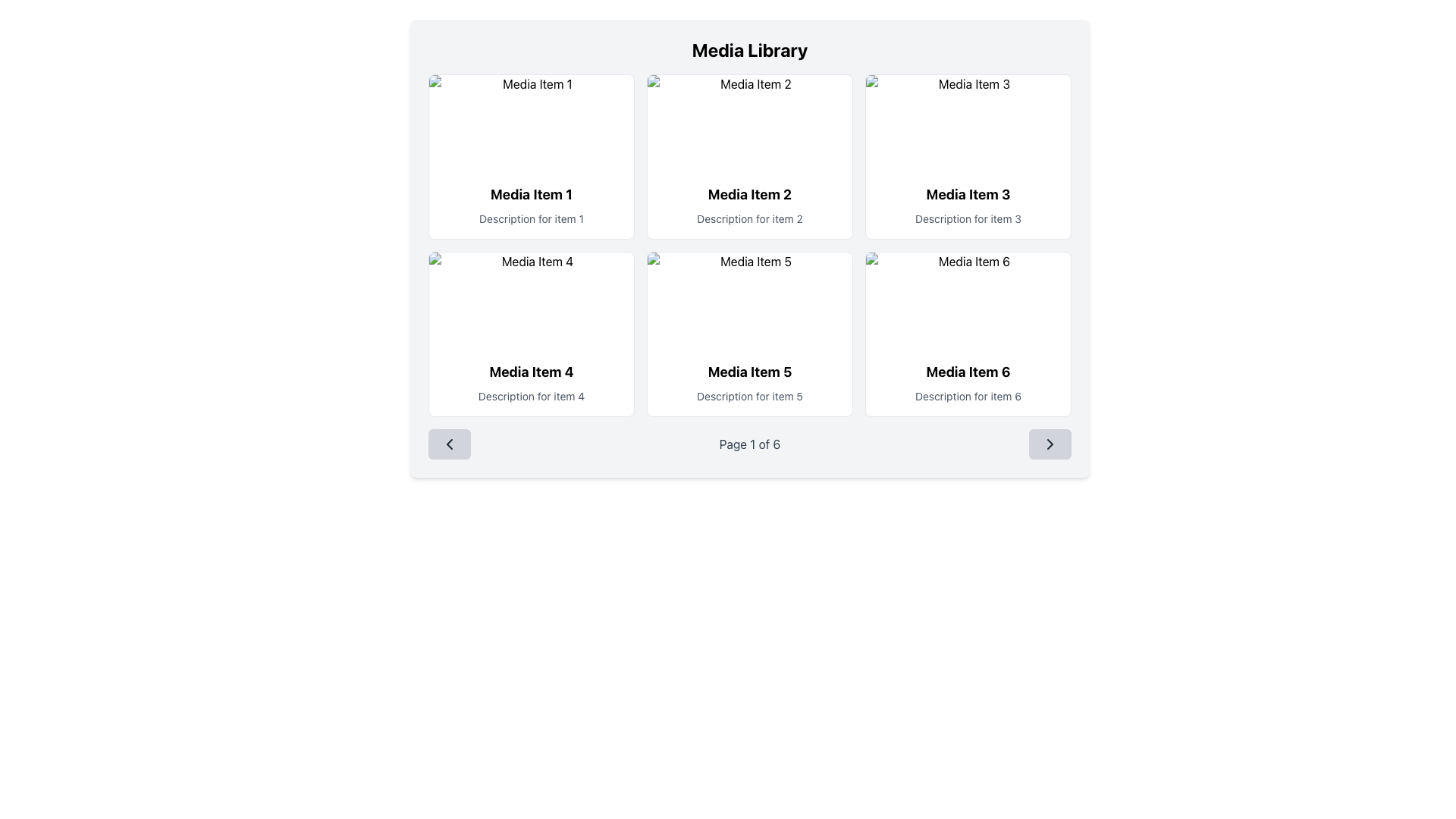  I want to click on text content of the heading label that serves as the title for the third media card in the first row of the media library layout, so click(967, 194).